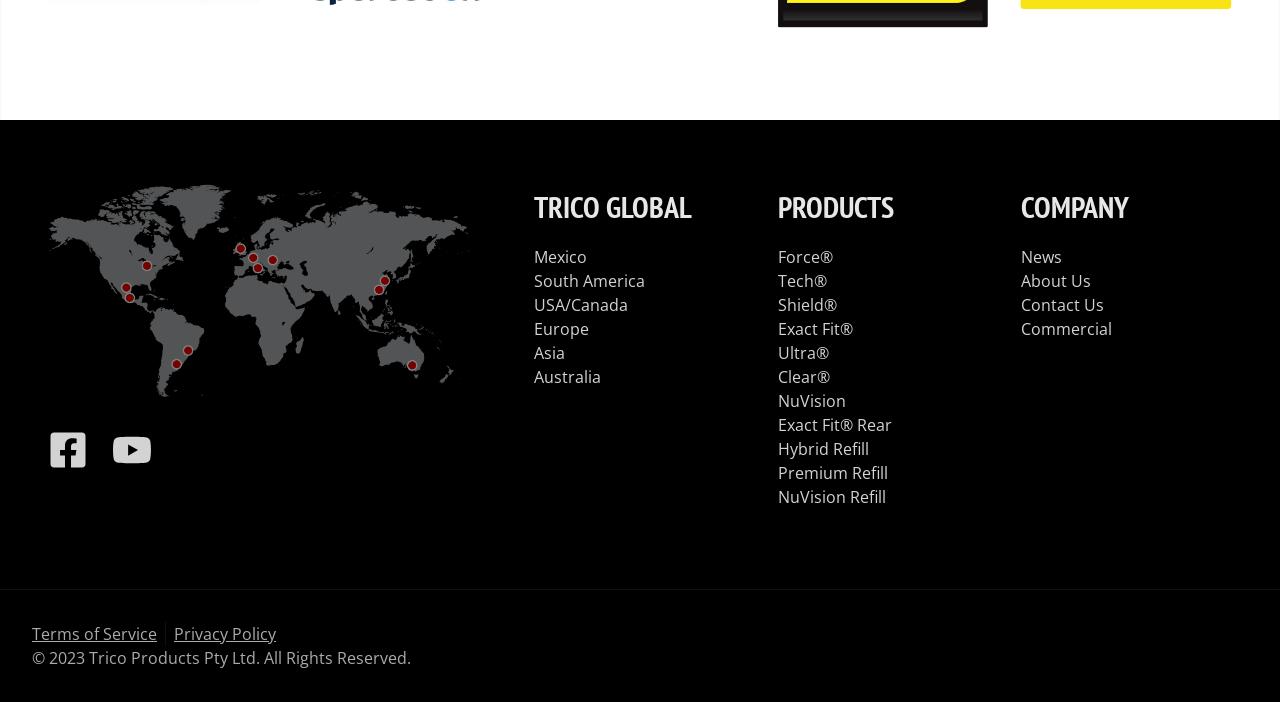 This screenshot has height=702, width=1280. What do you see at coordinates (811, 398) in the screenshot?
I see `'NuVision'` at bounding box center [811, 398].